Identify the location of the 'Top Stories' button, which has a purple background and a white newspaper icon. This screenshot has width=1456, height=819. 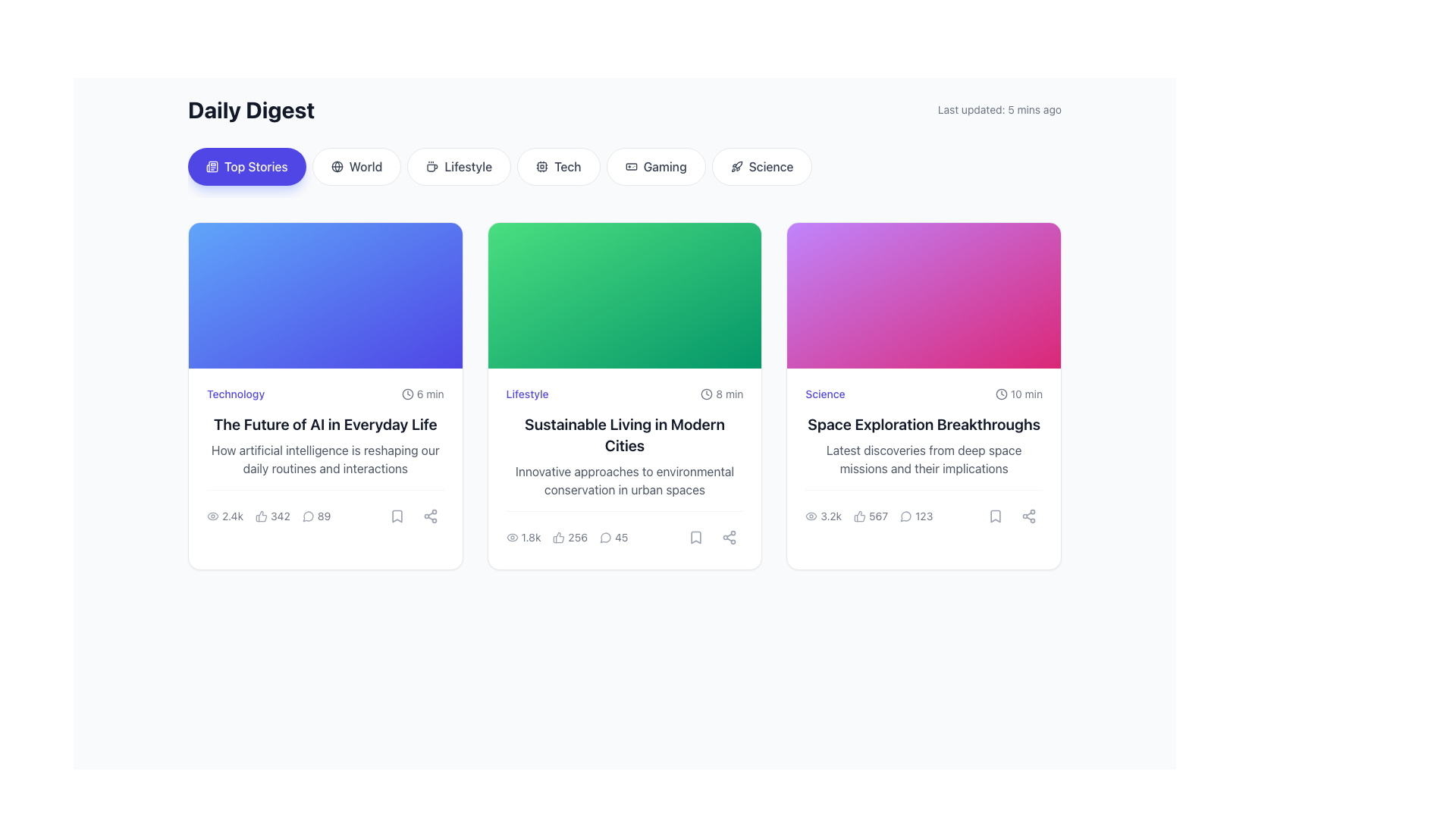
(246, 166).